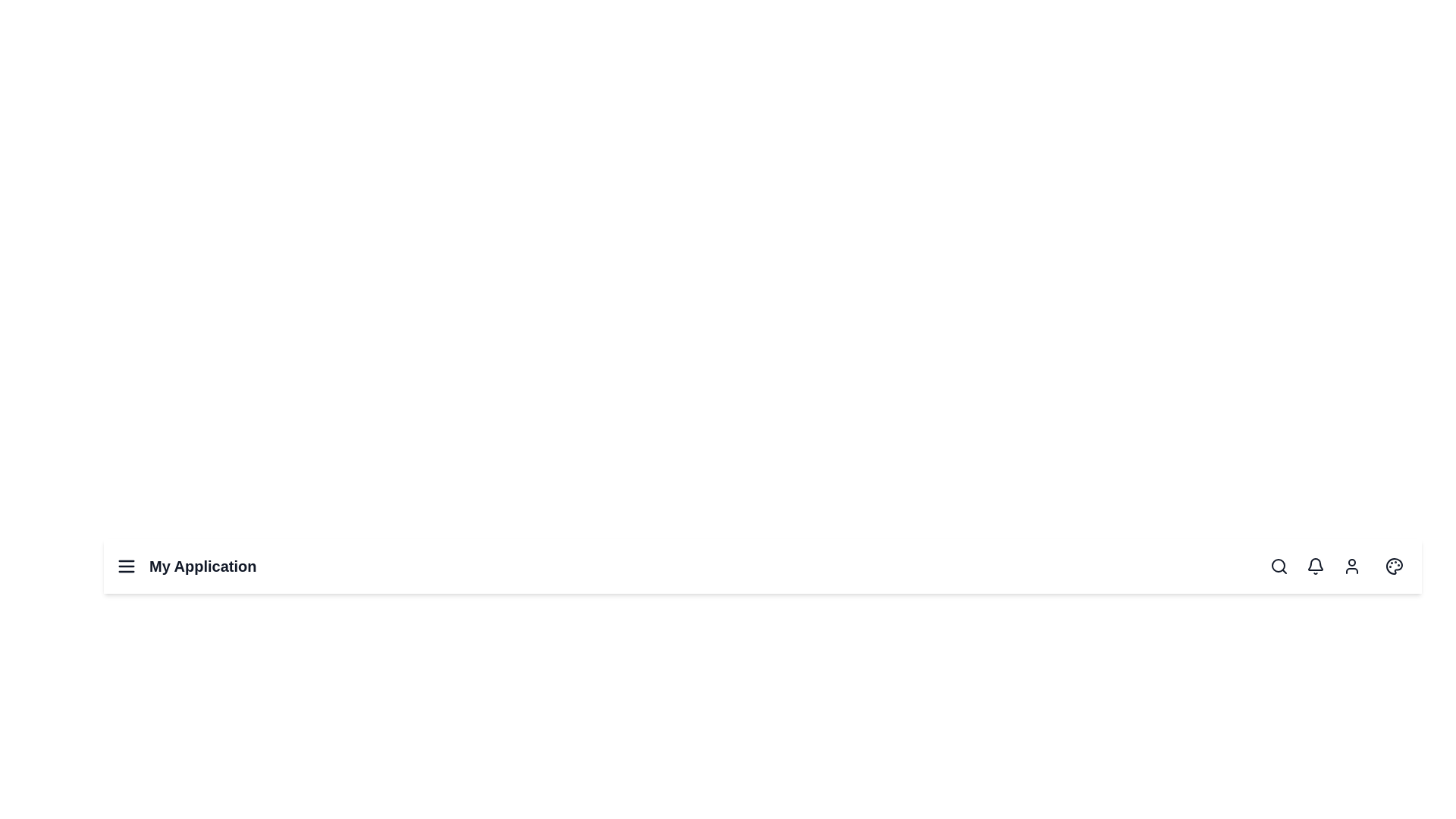 This screenshot has width=1456, height=819. Describe the element at coordinates (1278, 566) in the screenshot. I see `the search icon to activate the search functionality` at that location.